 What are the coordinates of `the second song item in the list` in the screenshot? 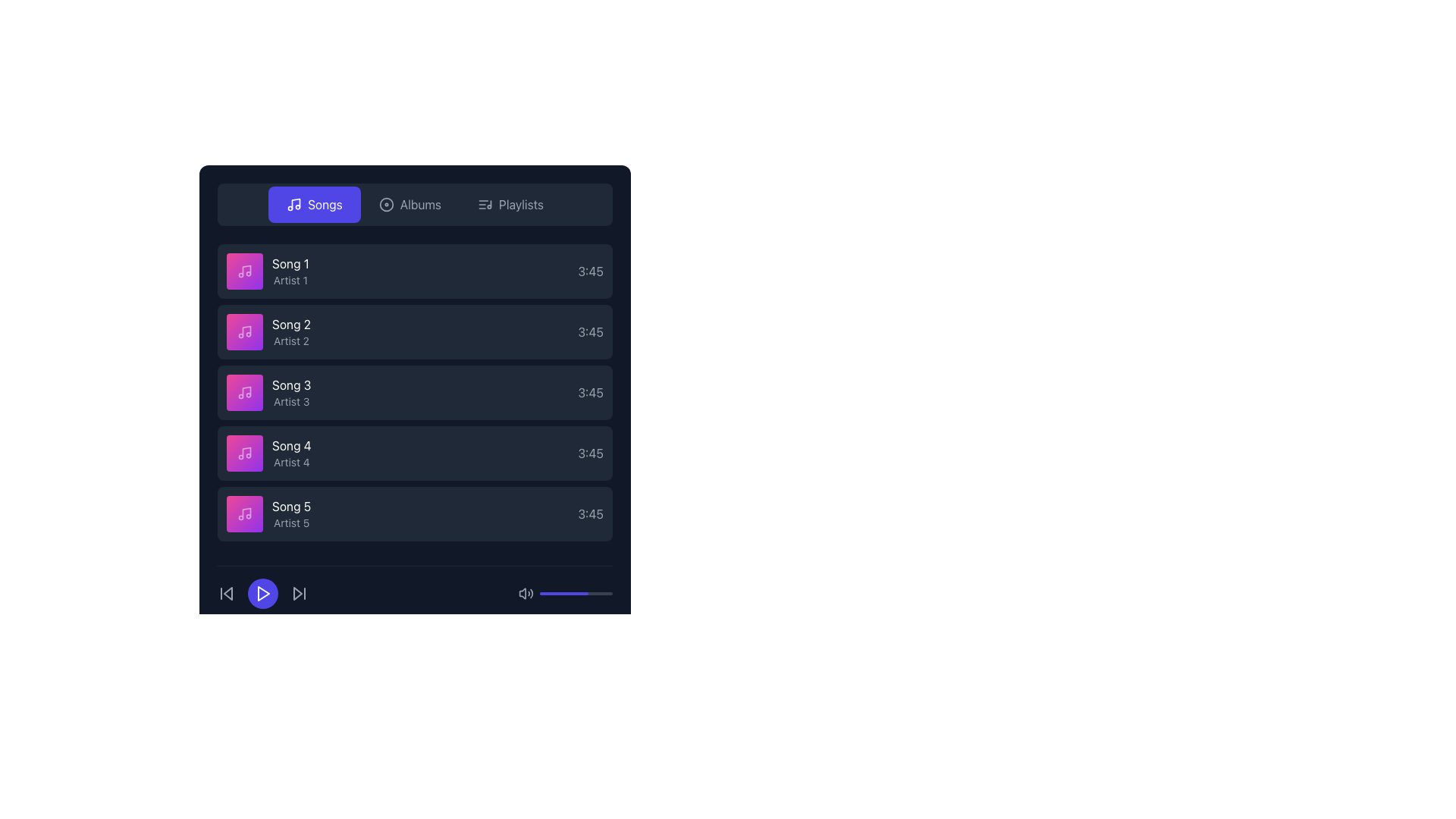 It's located at (268, 331).